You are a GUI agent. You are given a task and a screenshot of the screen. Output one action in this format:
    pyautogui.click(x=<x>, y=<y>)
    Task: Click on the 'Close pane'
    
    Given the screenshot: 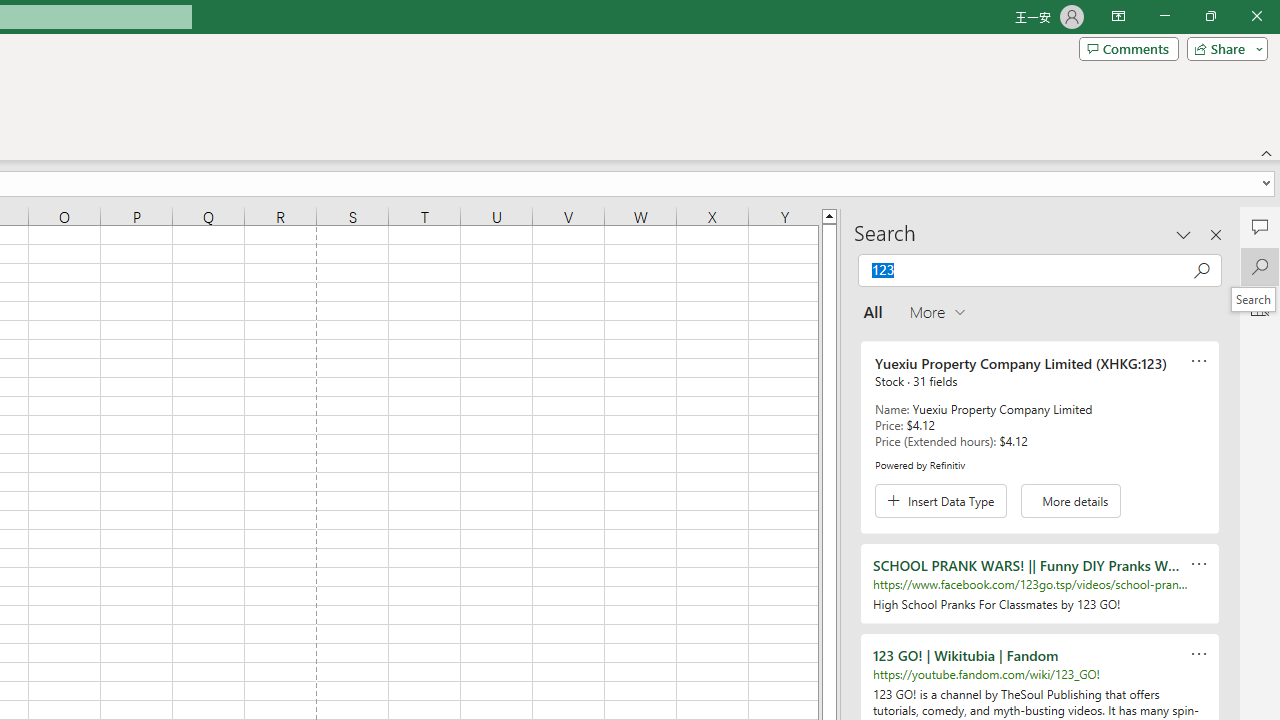 What is the action you would take?
    pyautogui.click(x=1215, y=234)
    